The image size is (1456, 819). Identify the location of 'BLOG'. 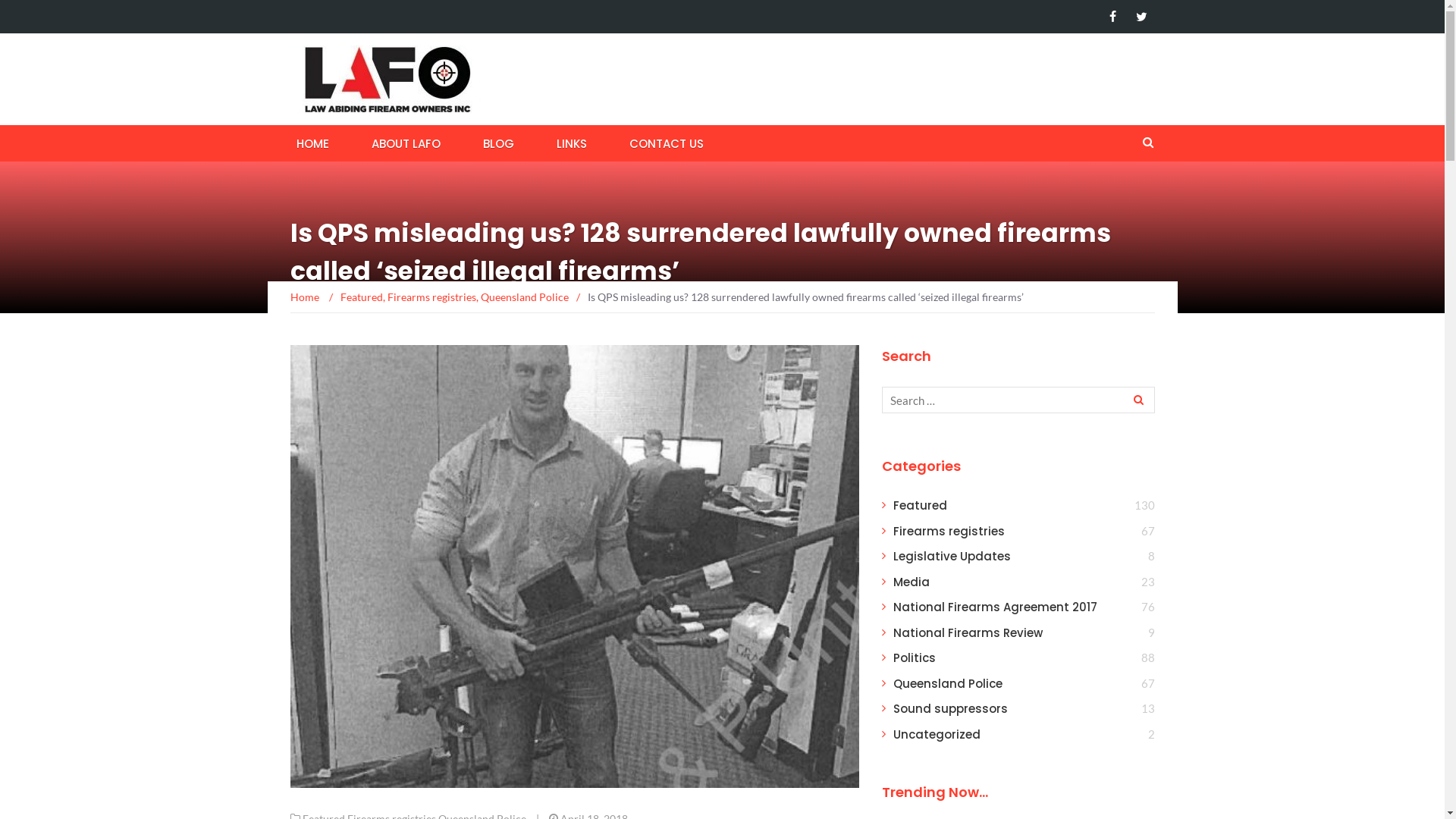
(497, 143).